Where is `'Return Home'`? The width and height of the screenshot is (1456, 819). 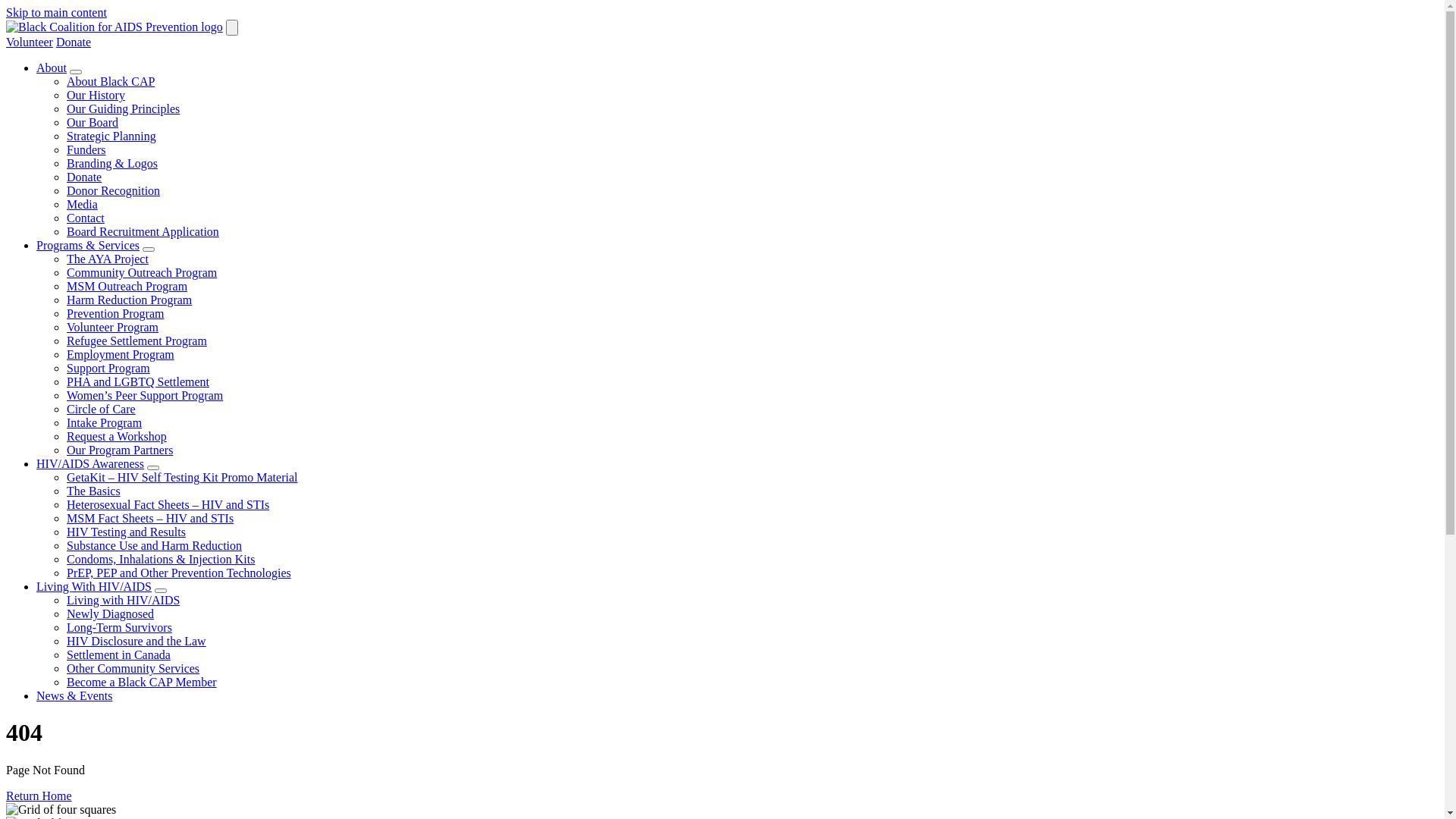
'Return Home' is located at coordinates (39, 795).